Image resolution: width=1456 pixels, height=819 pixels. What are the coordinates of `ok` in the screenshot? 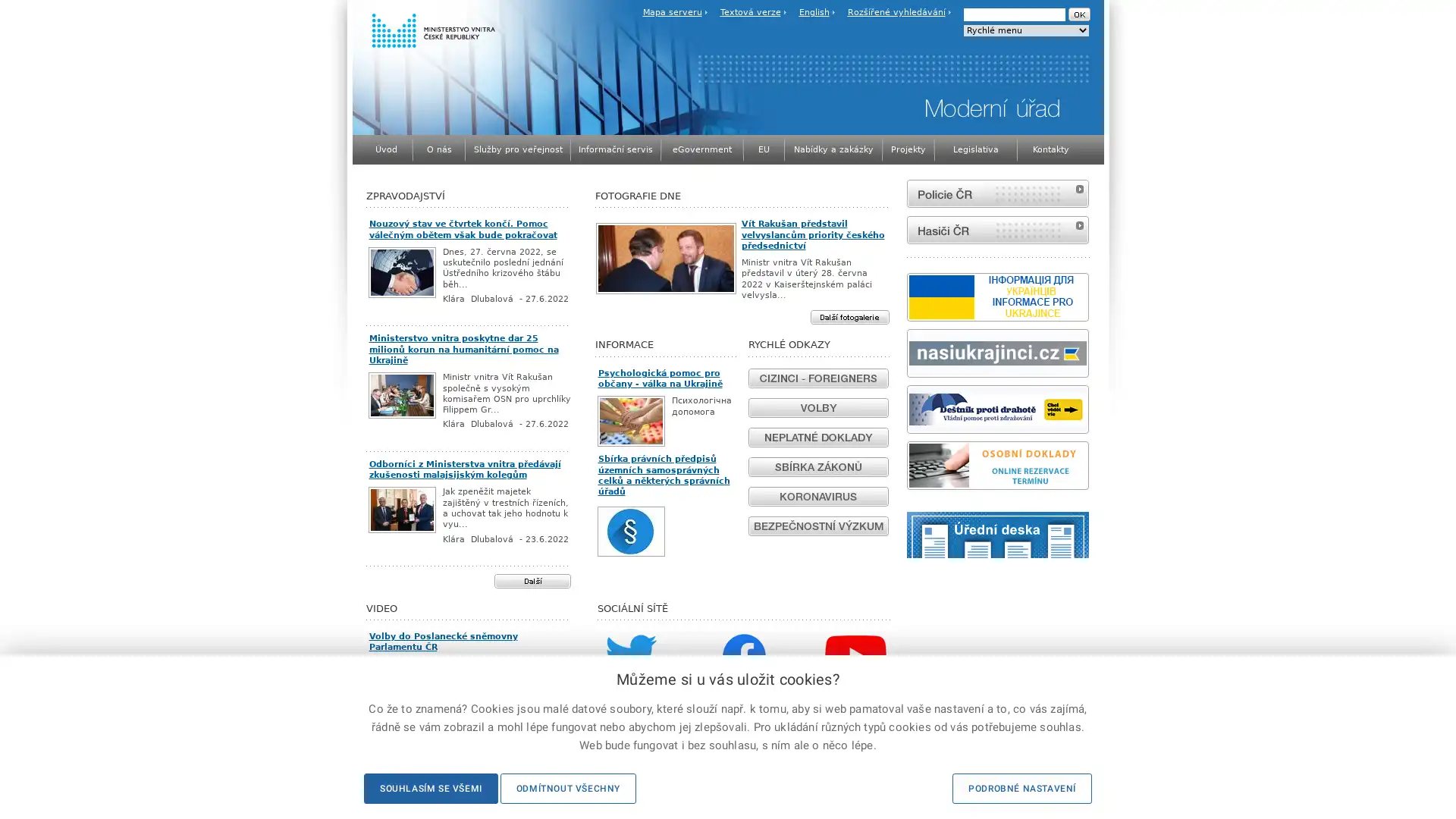 It's located at (1078, 14).